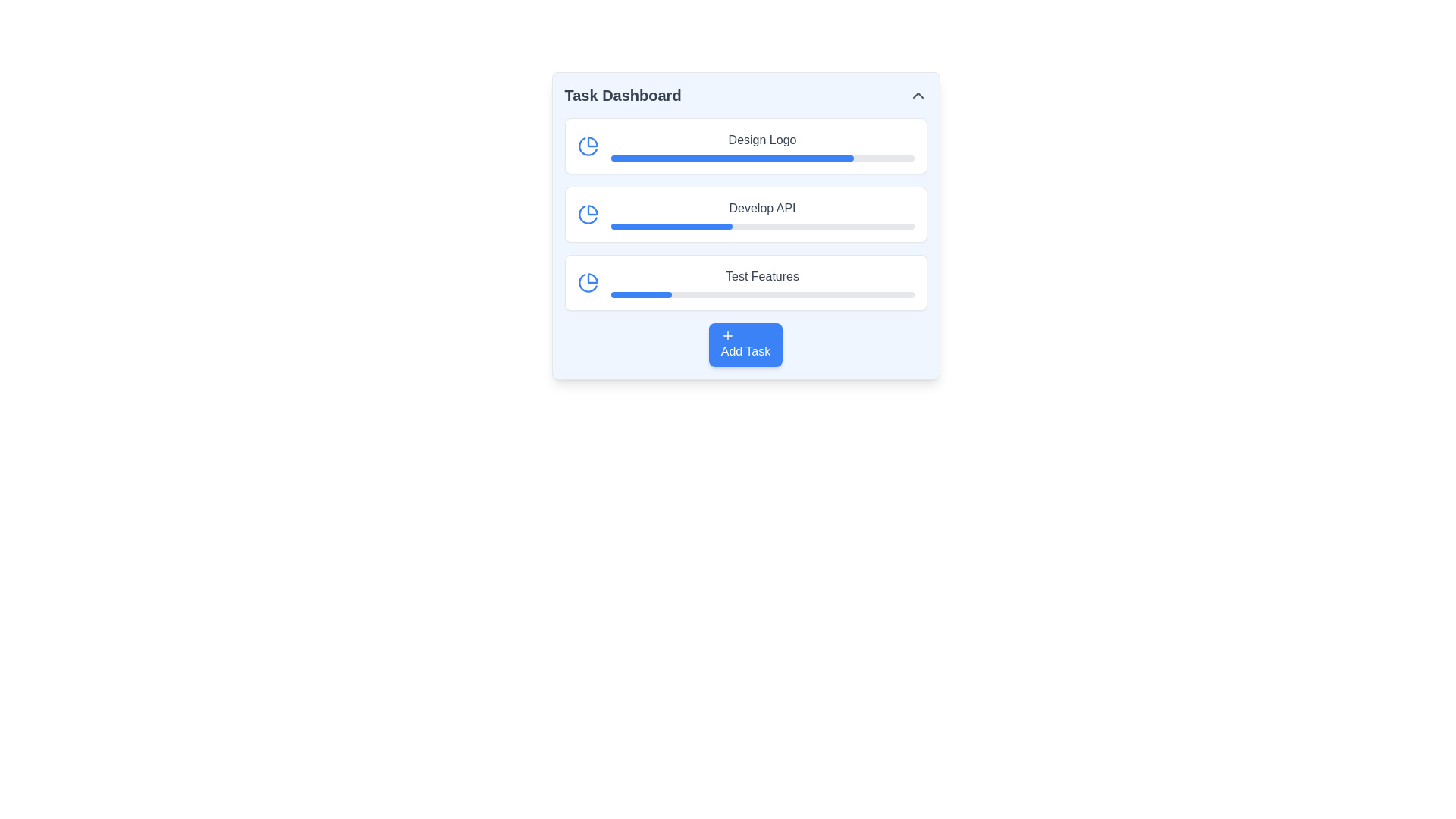 This screenshot has height=819, width=1456. I want to click on the upward-pointing chevron icon located, so click(917, 96).